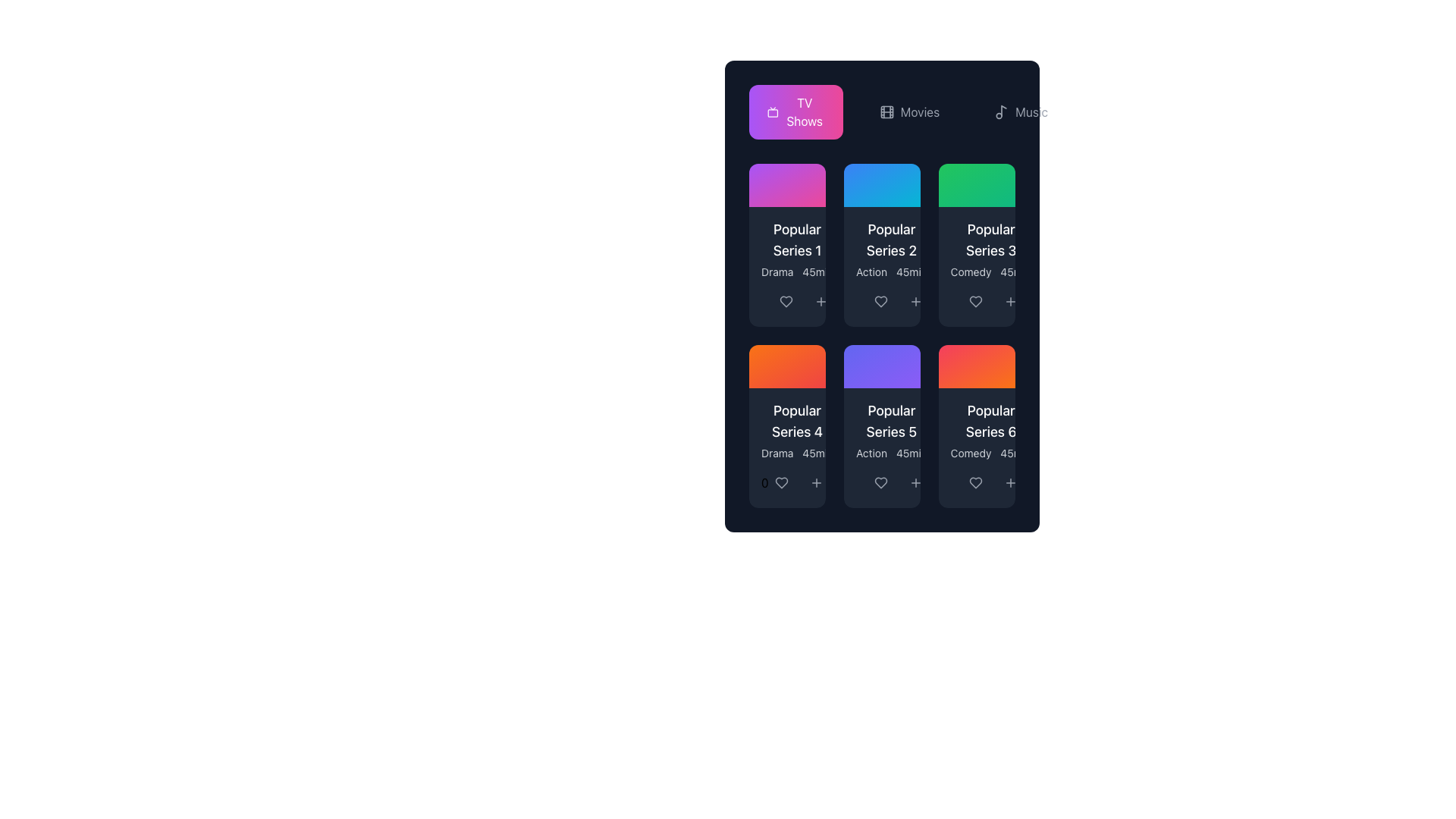 Image resolution: width=1456 pixels, height=819 pixels. Describe the element at coordinates (817, 452) in the screenshot. I see `the text label displaying the time-duration indication ('45 minutes') for the 'Popular Series 4' card, which is located in the lower-left section of the content grid` at that location.